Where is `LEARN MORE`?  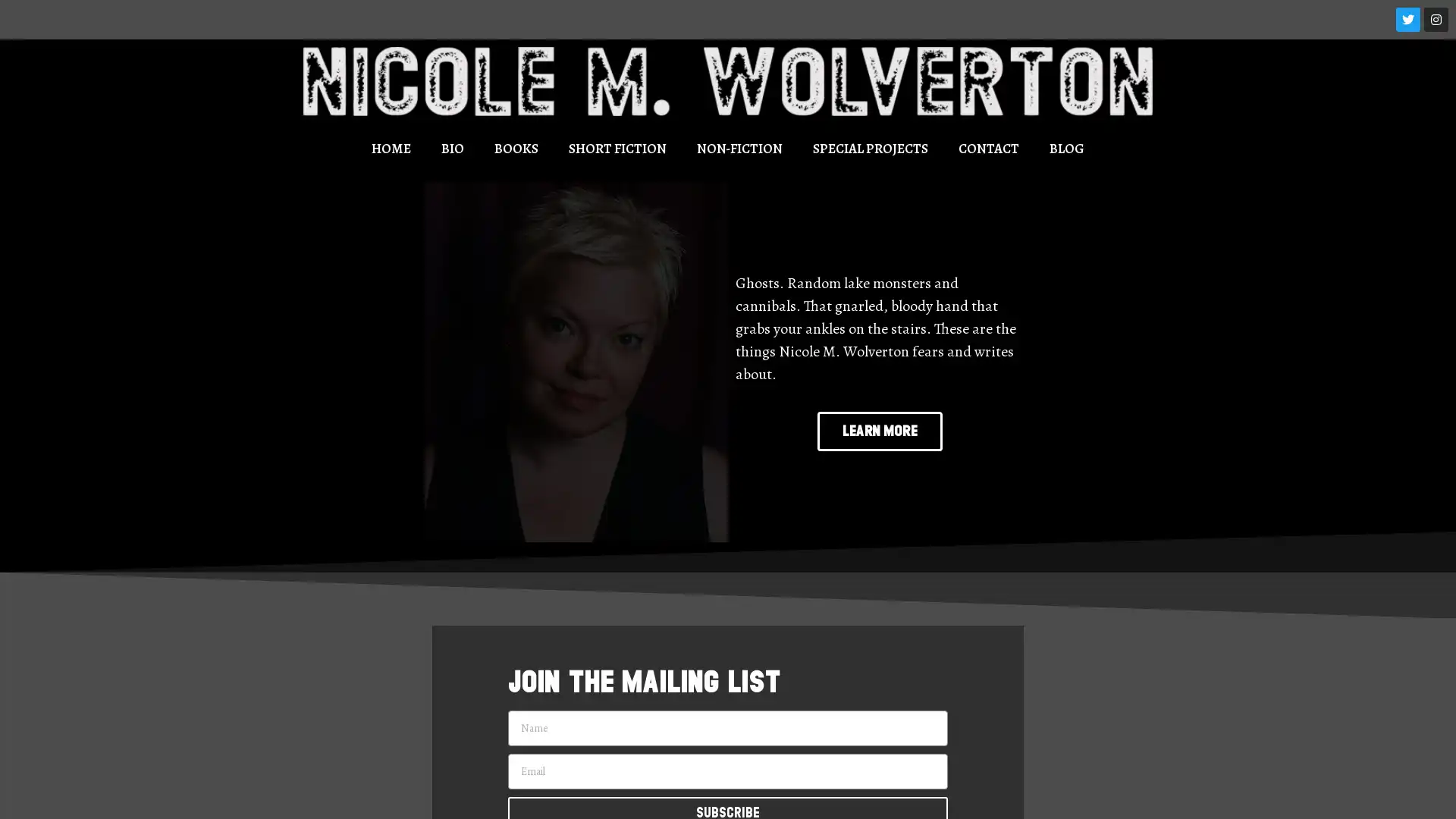
LEARN MORE is located at coordinates (879, 431).